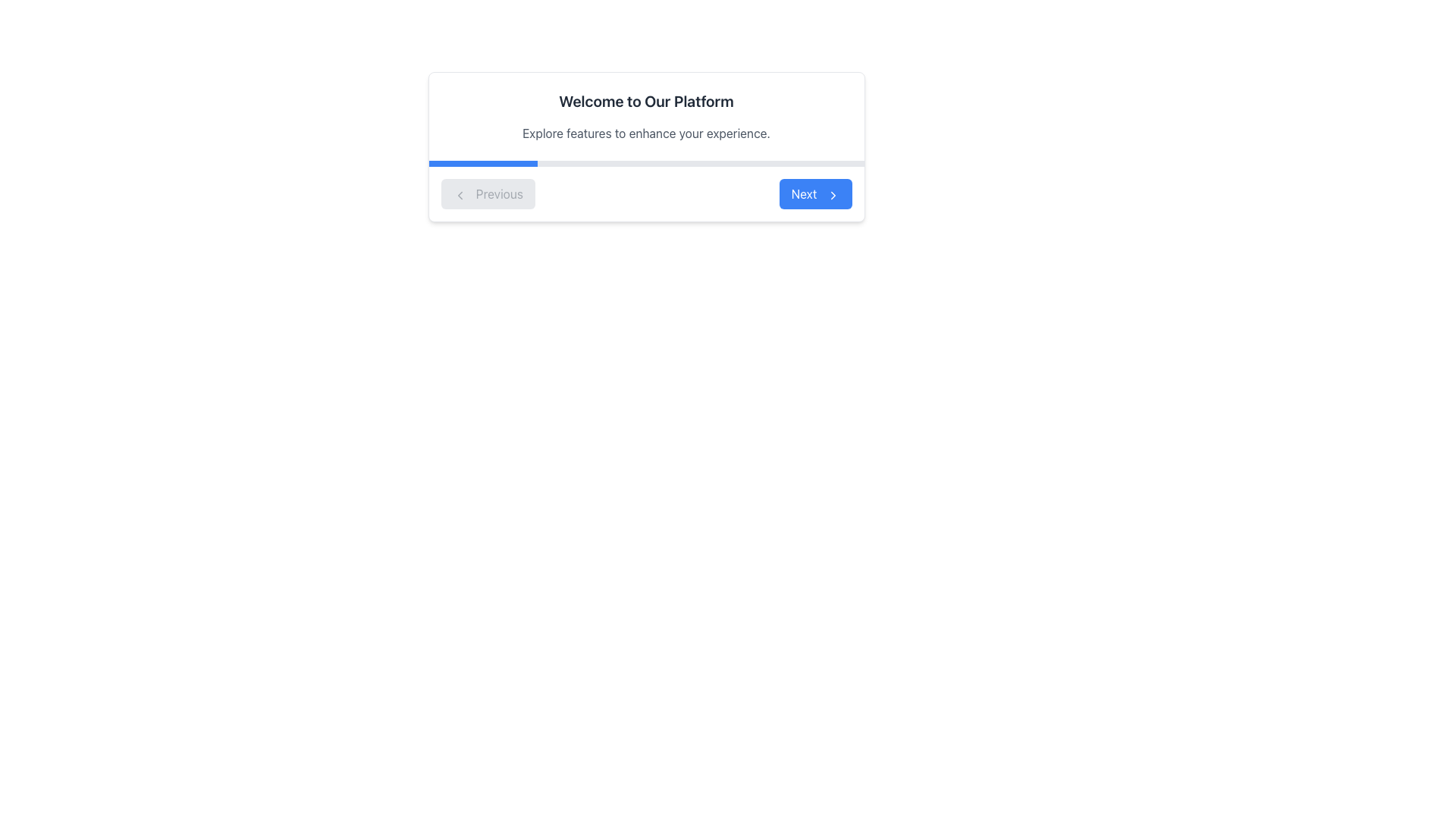 The width and height of the screenshot is (1456, 819). What do you see at coordinates (832, 194) in the screenshot?
I see `the directional indicator icon within the 'Next' button` at bounding box center [832, 194].